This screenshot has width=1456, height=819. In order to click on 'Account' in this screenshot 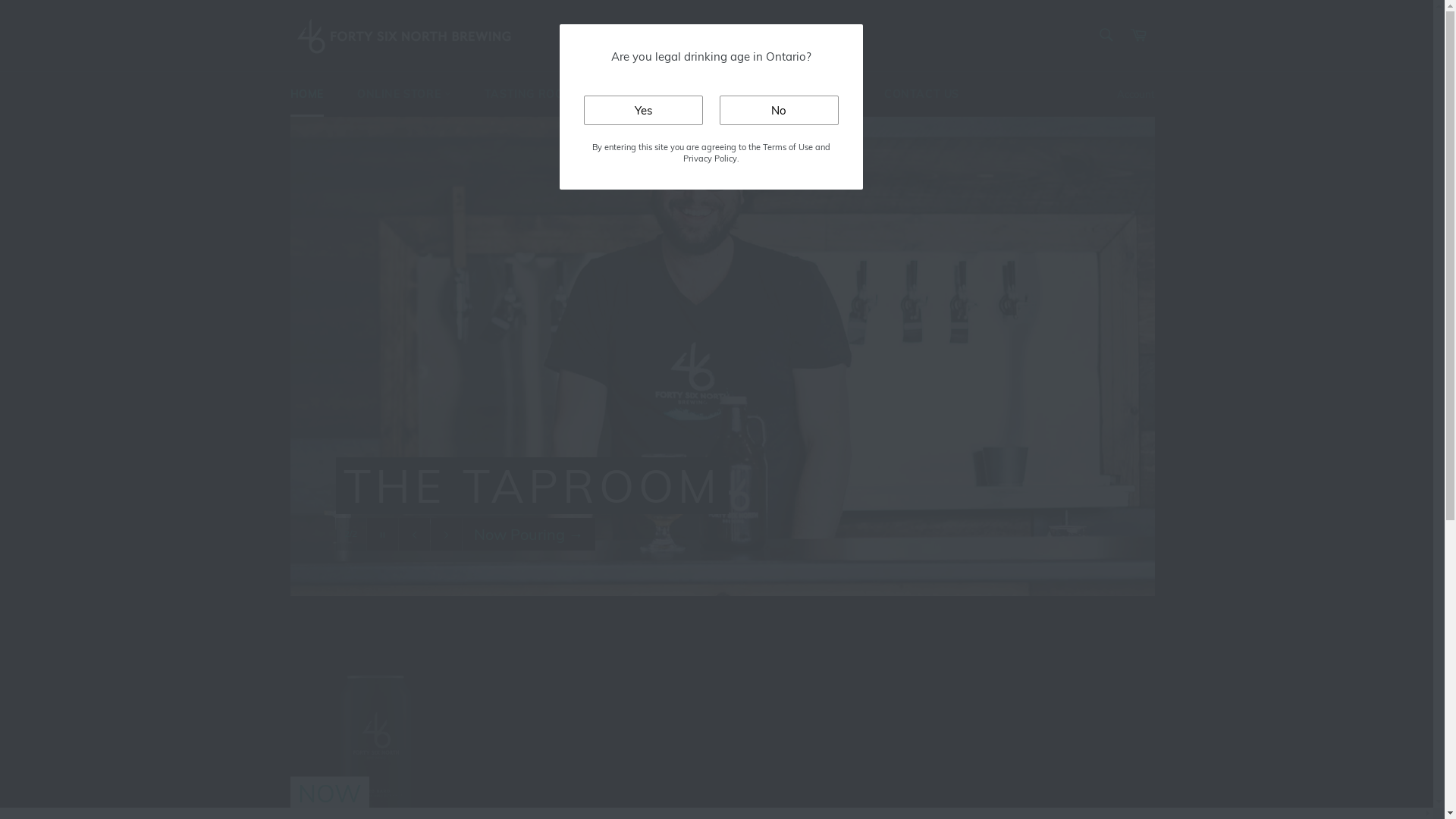, I will do `click(1109, 94)`.